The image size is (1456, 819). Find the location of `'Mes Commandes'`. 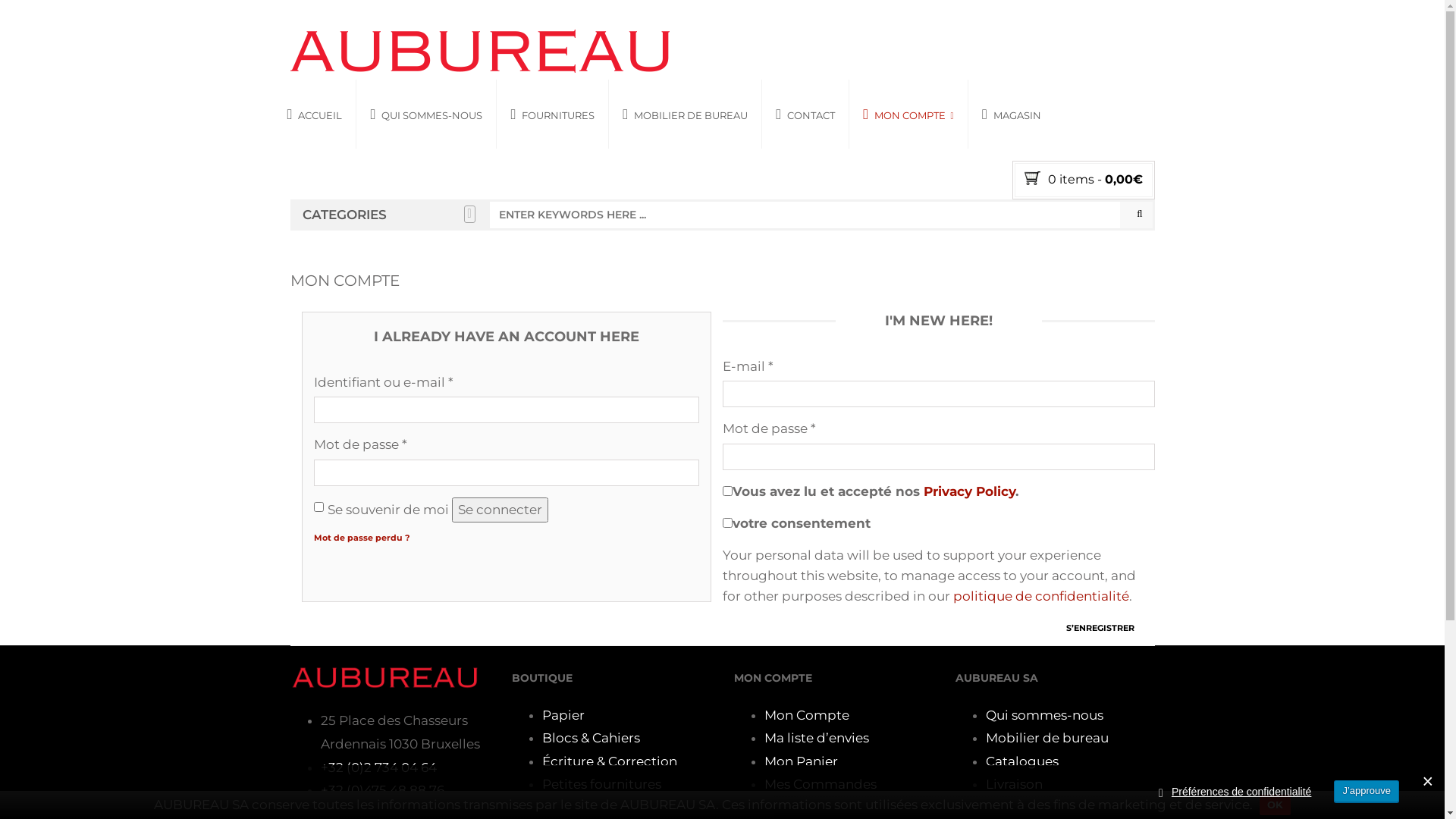

'Mes Commandes' is located at coordinates (819, 783).